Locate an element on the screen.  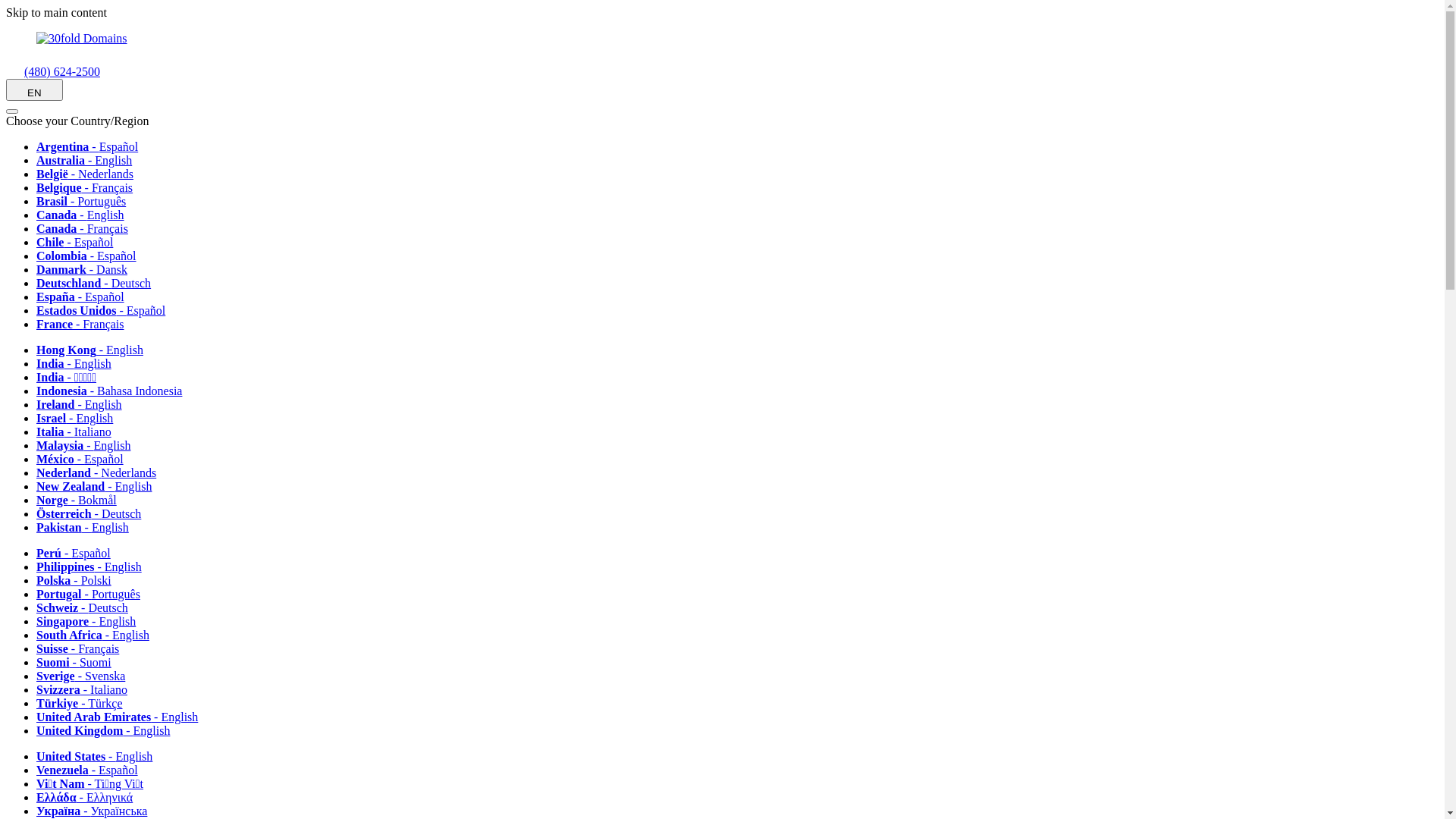
'Skip to main content' is located at coordinates (56, 12).